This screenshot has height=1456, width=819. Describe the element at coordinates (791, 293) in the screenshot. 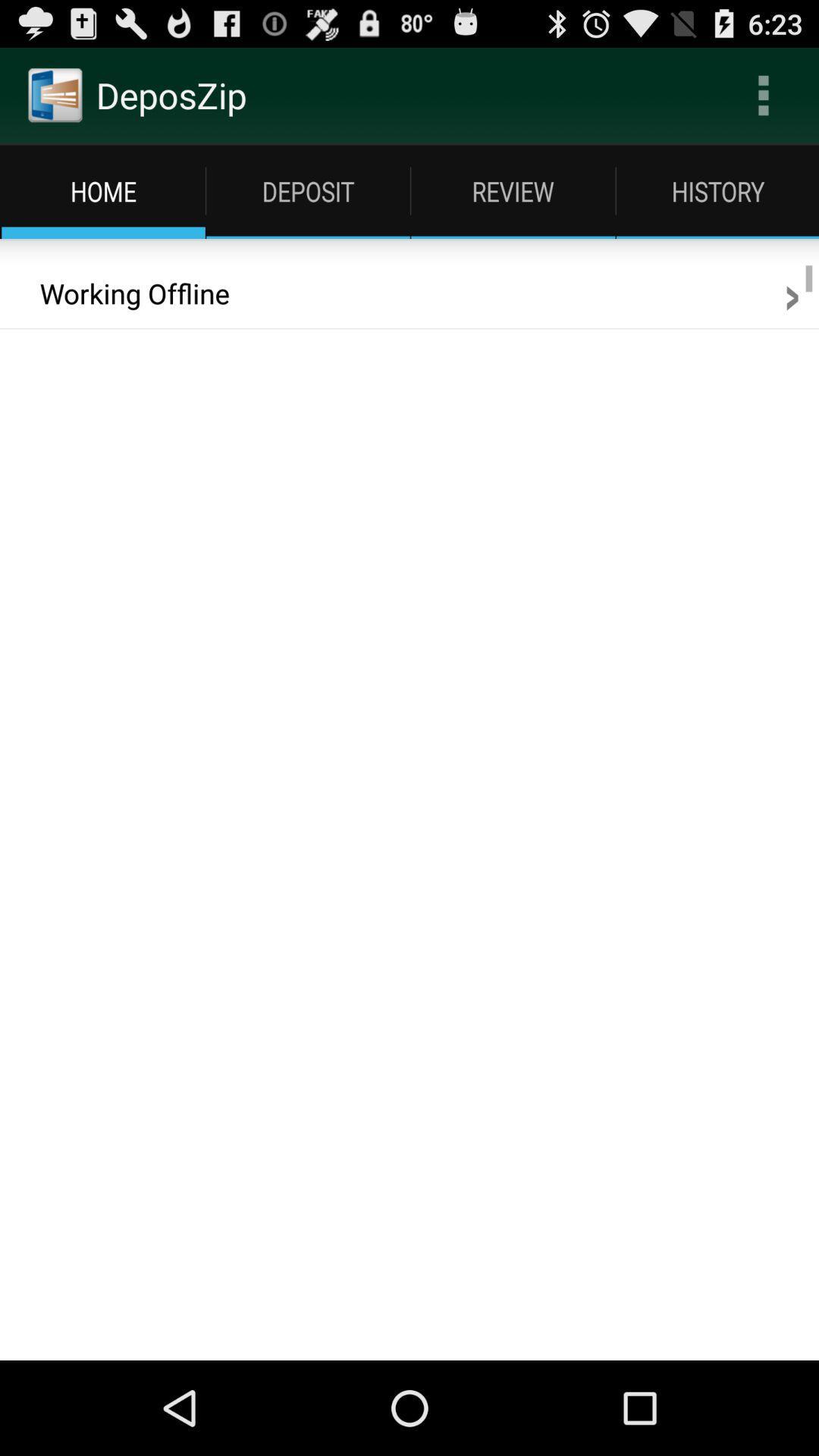

I see `> icon` at that location.